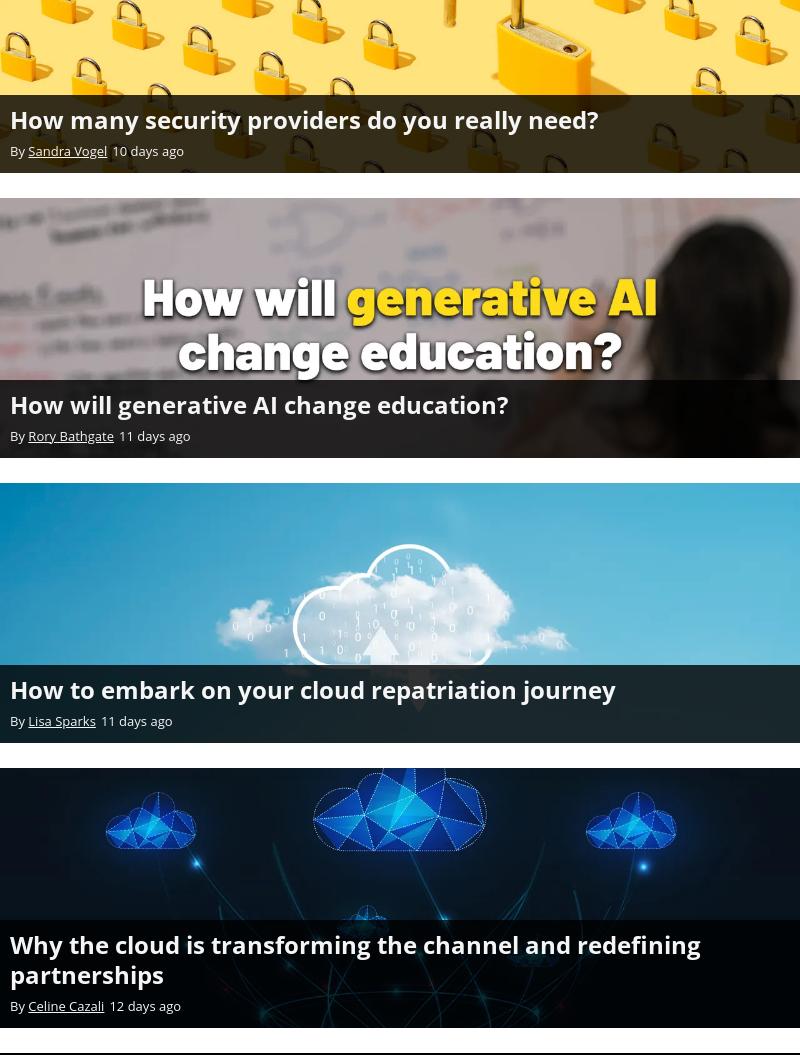  I want to click on 'Why the cloud is transforming the channel and redefining partnerships', so click(355, 958).